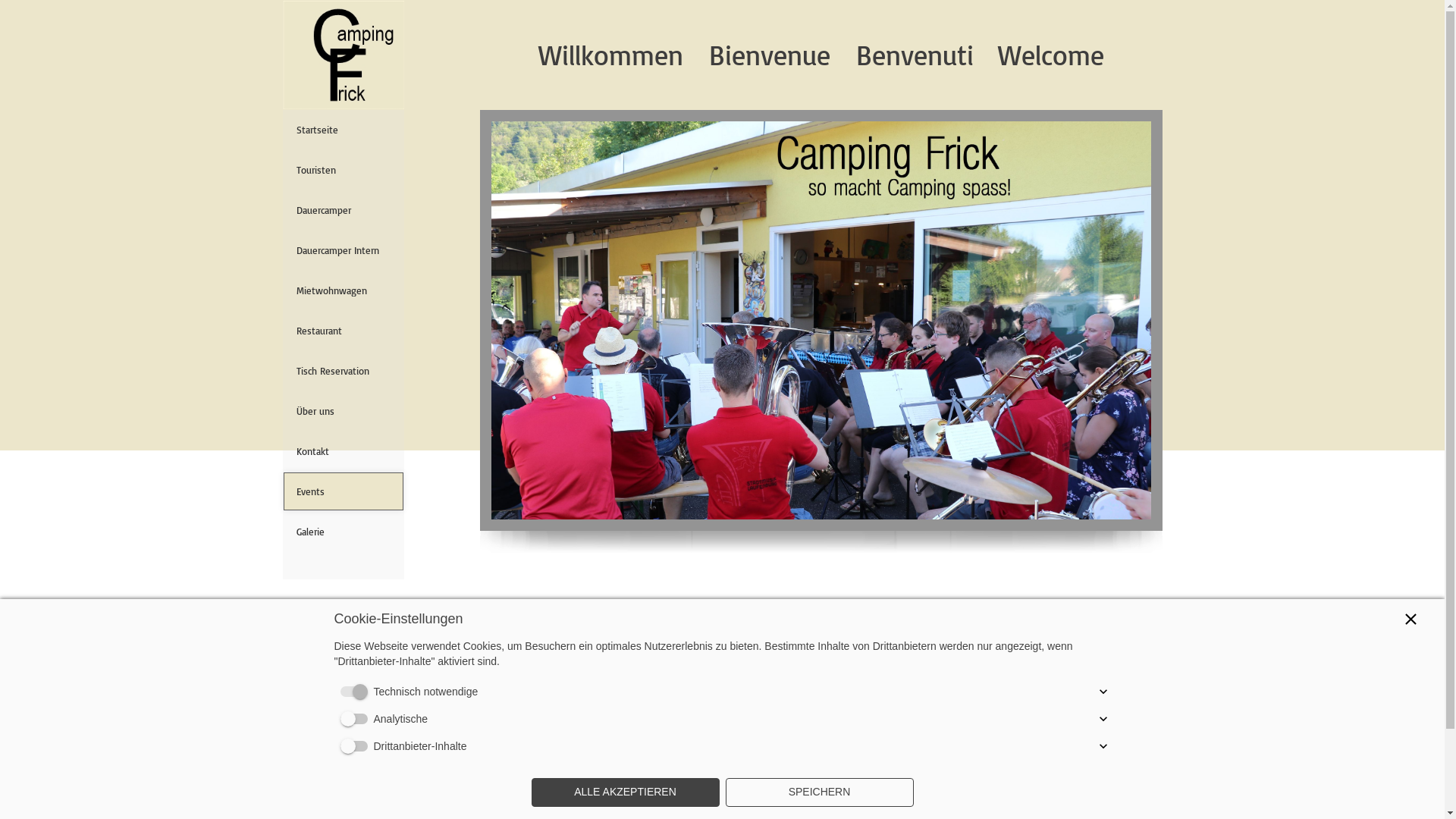 The height and width of the screenshot is (819, 1456). What do you see at coordinates (341, 128) in the screenshot?
I see `'Startseite'` at bounding box center [341, 128].